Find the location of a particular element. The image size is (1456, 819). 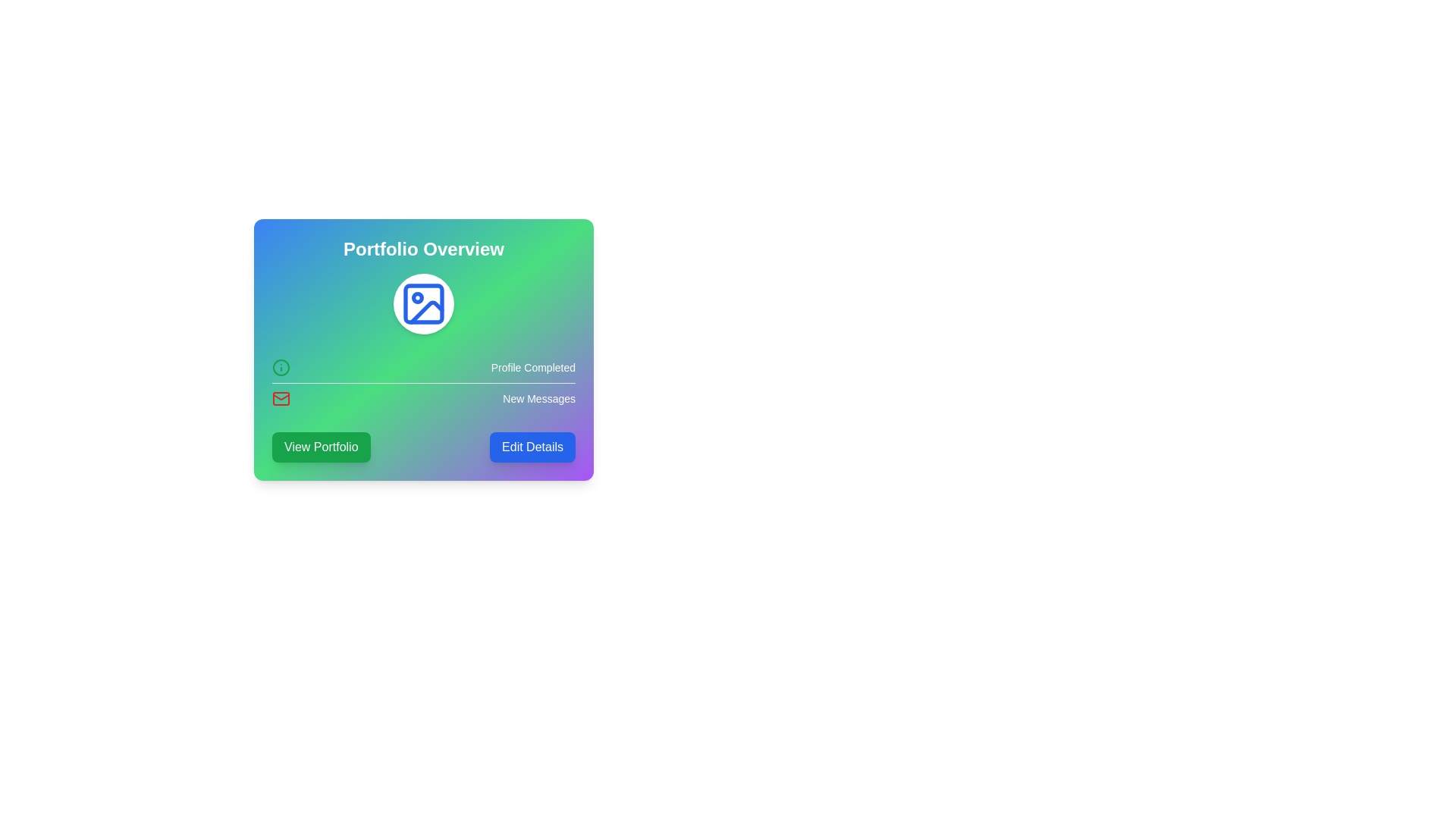

envelope icon's body component located in the left-central part of the card, positioned above the 'View Portfolio' button and below 'New Messages' is located at coordinates (281, 397).